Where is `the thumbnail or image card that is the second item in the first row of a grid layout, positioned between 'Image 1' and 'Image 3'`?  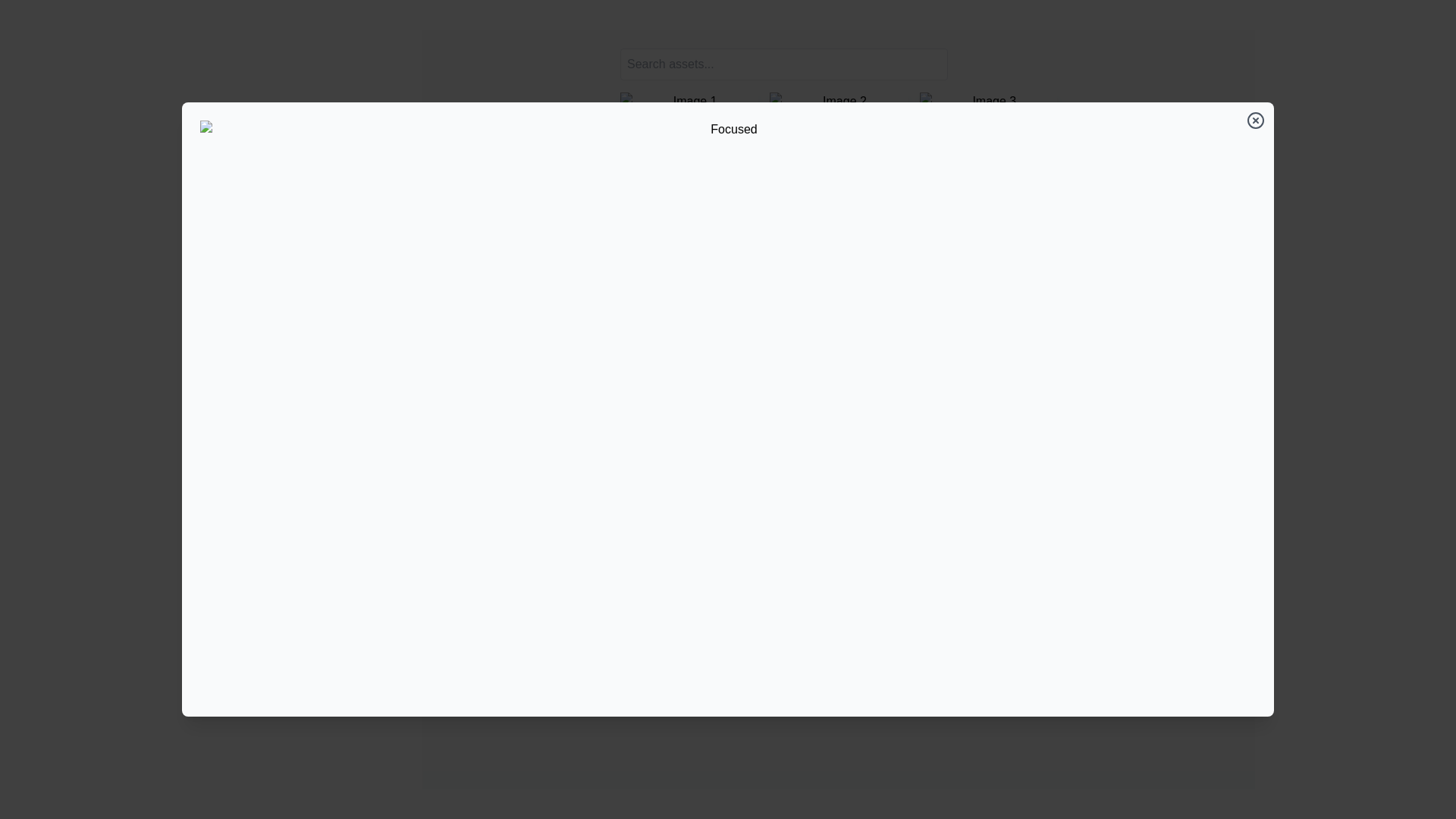 the thumbnail or image card that is the second item in the first row of a grid layout, positioned between 'Image 1' and 'Image 3' is located at coordinates (837, 102).